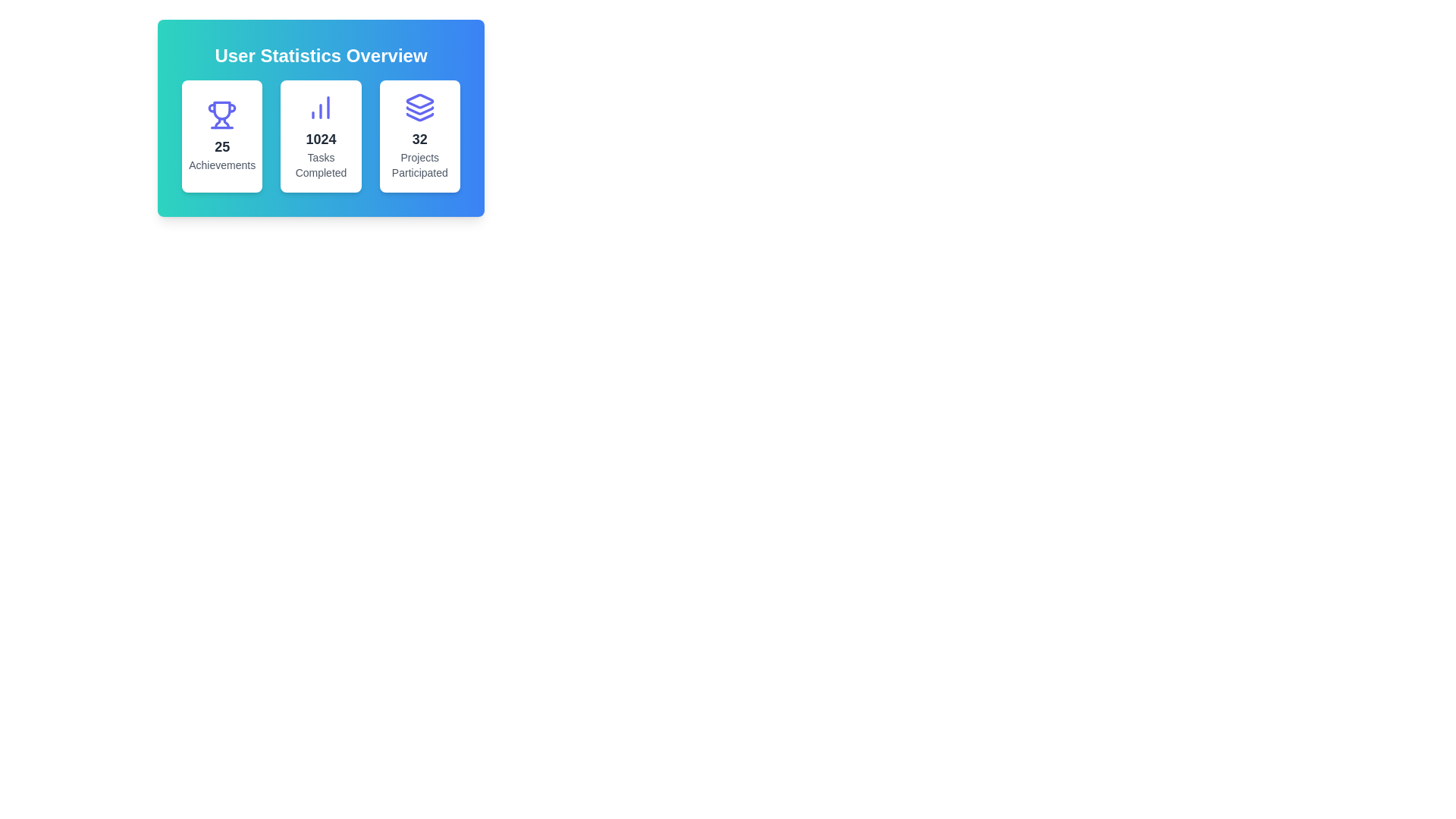  Describe the element at coordinates (221, 165) in the screenshot. I see `the label that describes the numerical figure '25', which is located beneath the trophy icon in the User Statistics Overview module` at that location.